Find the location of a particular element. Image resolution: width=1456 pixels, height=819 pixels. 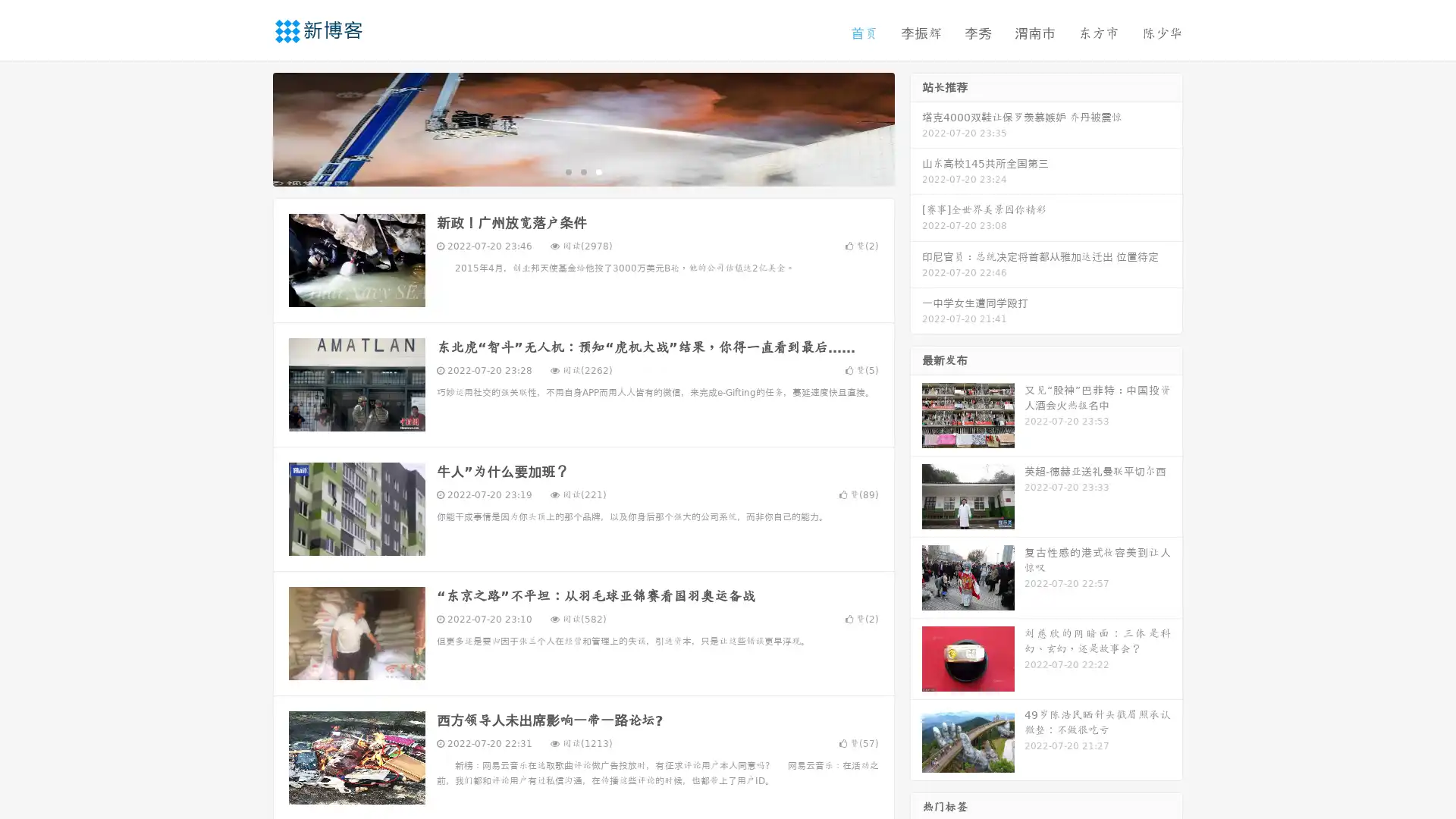

Previous slide is located at coordinates (250, 127).